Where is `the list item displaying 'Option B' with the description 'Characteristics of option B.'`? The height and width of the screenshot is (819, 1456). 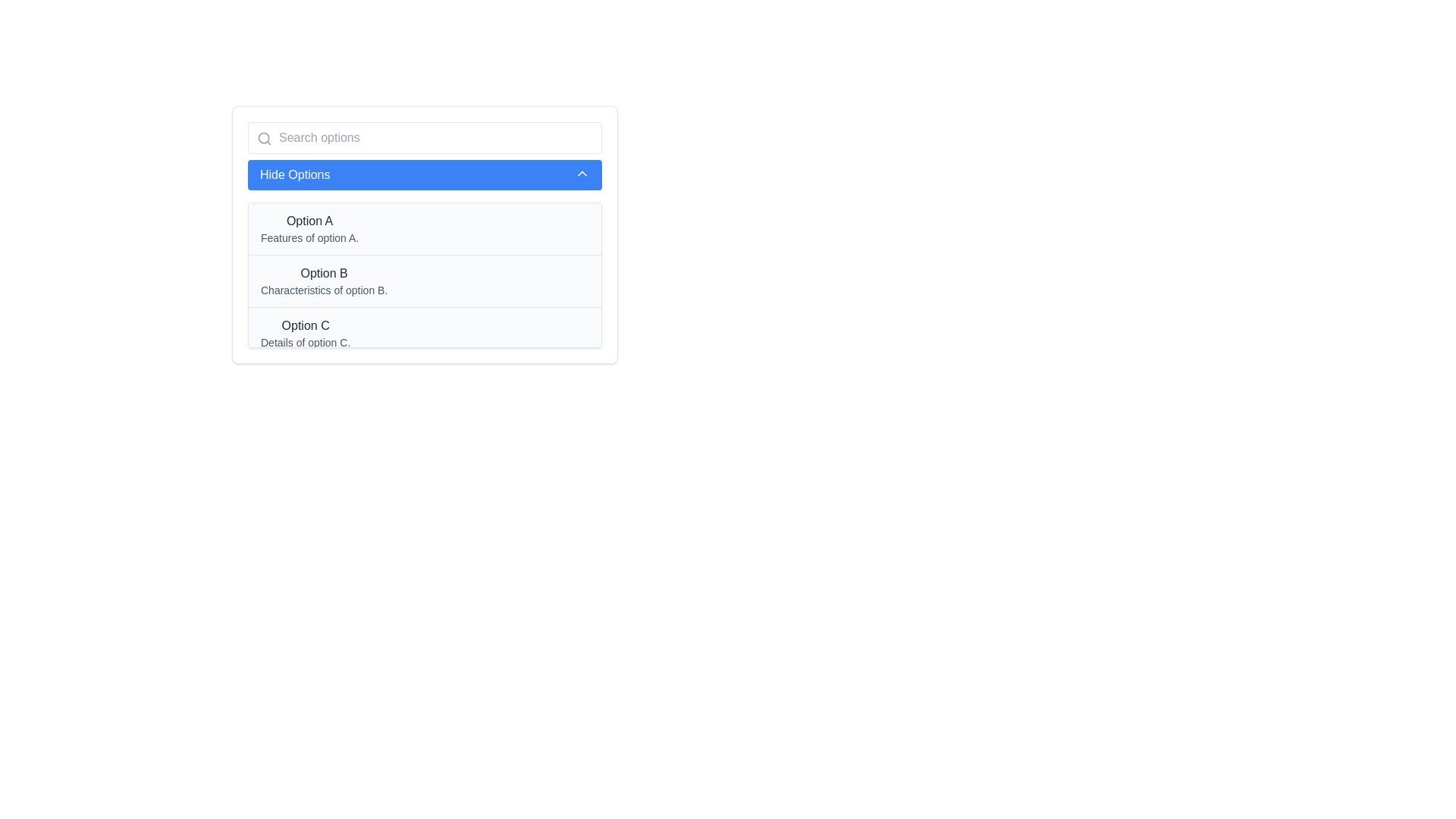 the list item displaying 'Option B' with the description 'Characteristics of option B.' is located at coordinates (425, 281).